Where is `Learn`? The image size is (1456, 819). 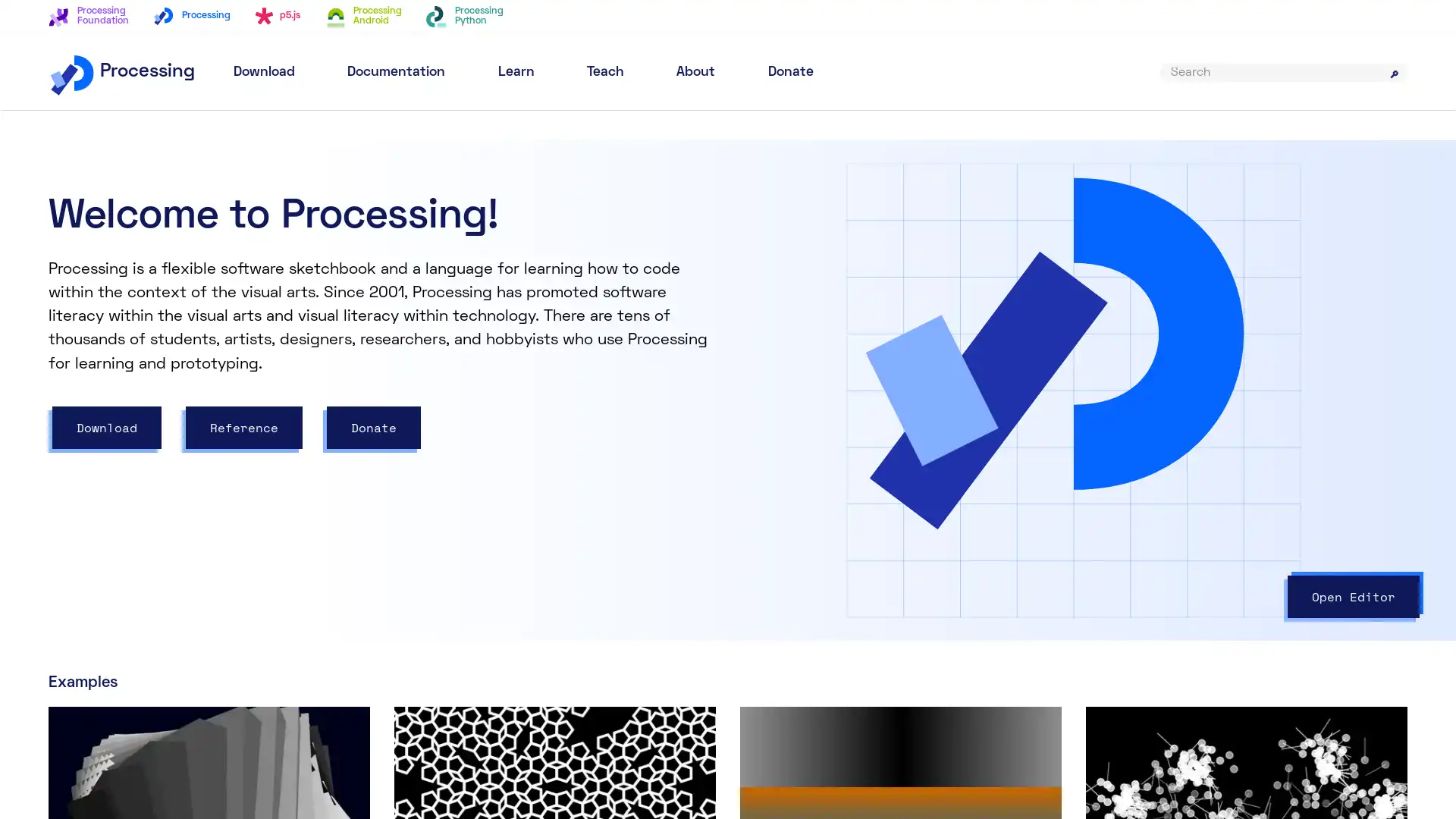 Learn is located at coordinates (516, 71).